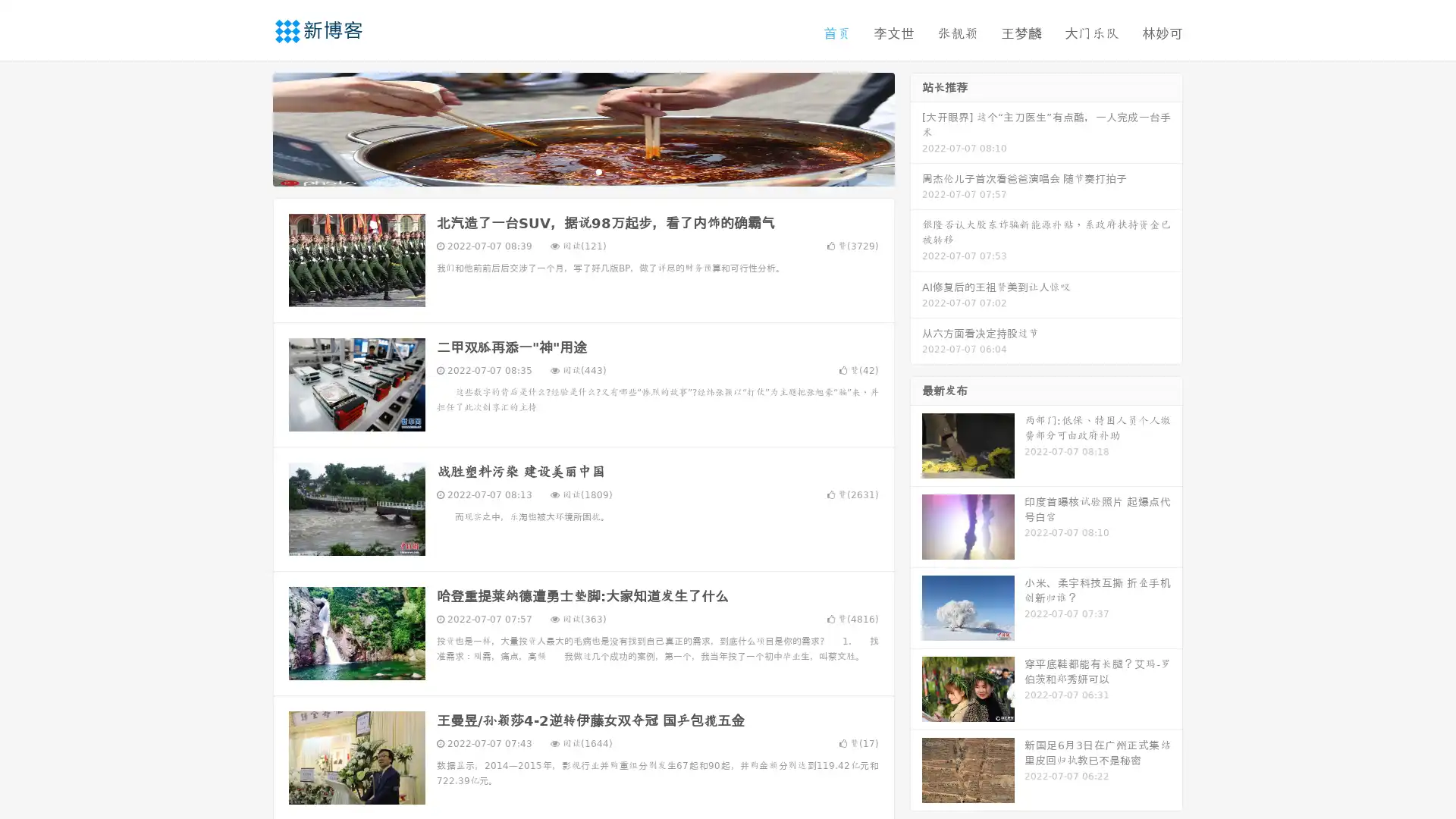  I want to click on Go to slide 1, so click(567, 171).